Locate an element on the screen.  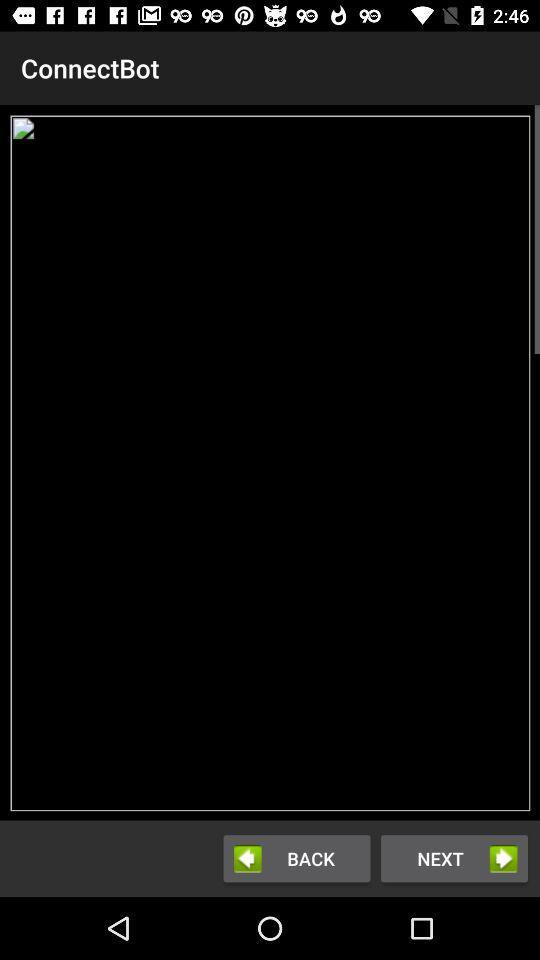
back is located at coordinates (296, 857).